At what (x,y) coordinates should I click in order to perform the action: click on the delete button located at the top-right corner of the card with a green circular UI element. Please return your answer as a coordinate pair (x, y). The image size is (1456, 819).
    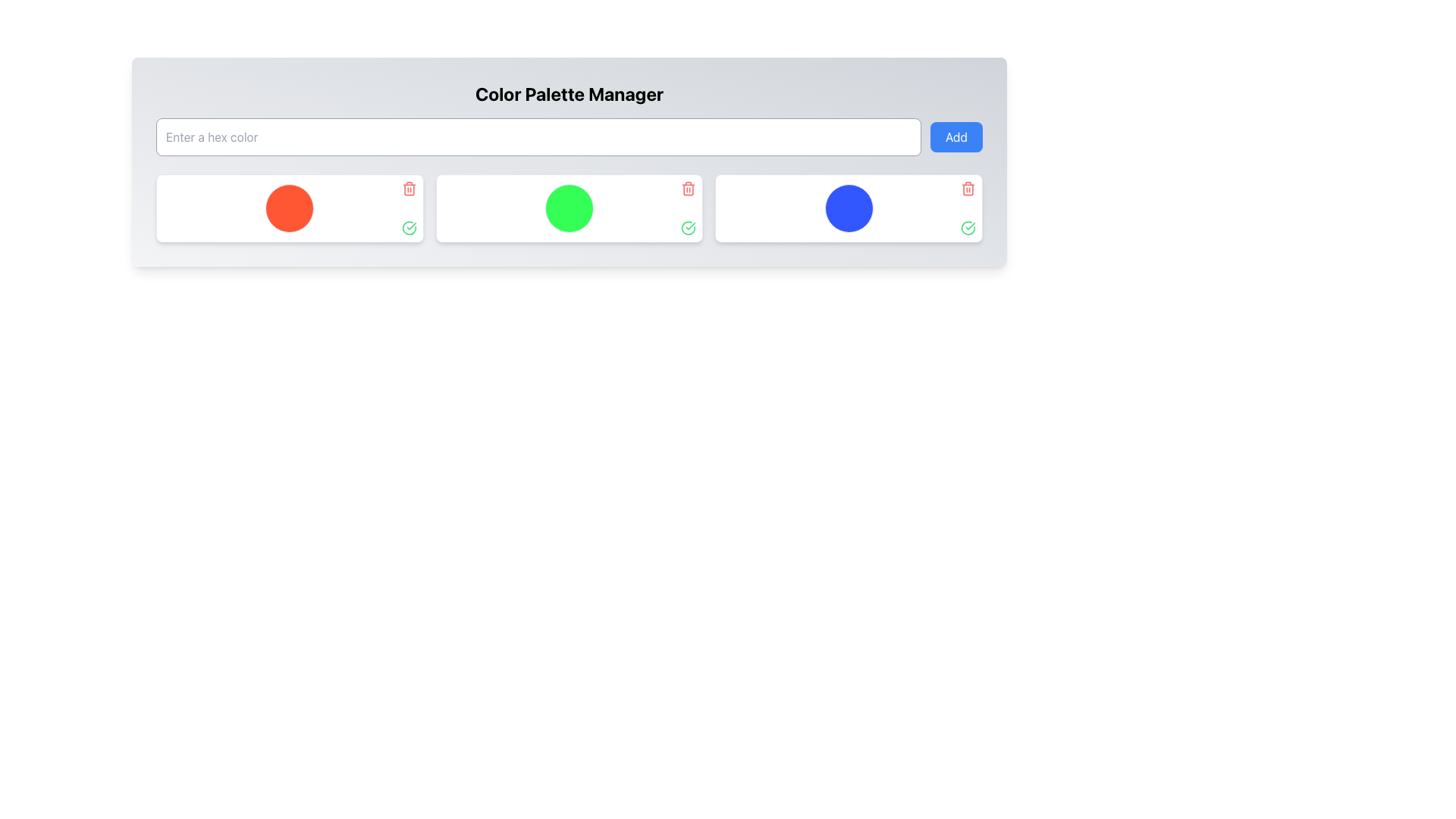
    Looking at the image, I should click on (688, 188).